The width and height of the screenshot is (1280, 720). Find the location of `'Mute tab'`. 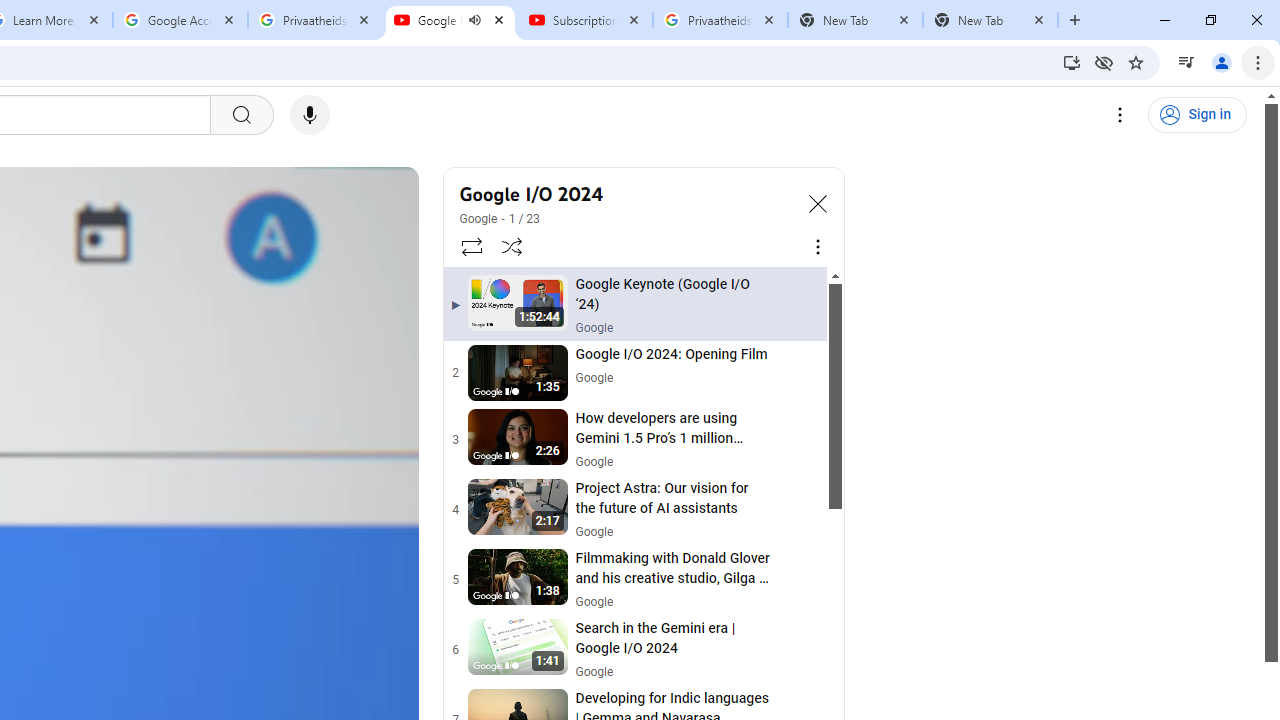

'Mute tab' is located at coordinates (473, 20).